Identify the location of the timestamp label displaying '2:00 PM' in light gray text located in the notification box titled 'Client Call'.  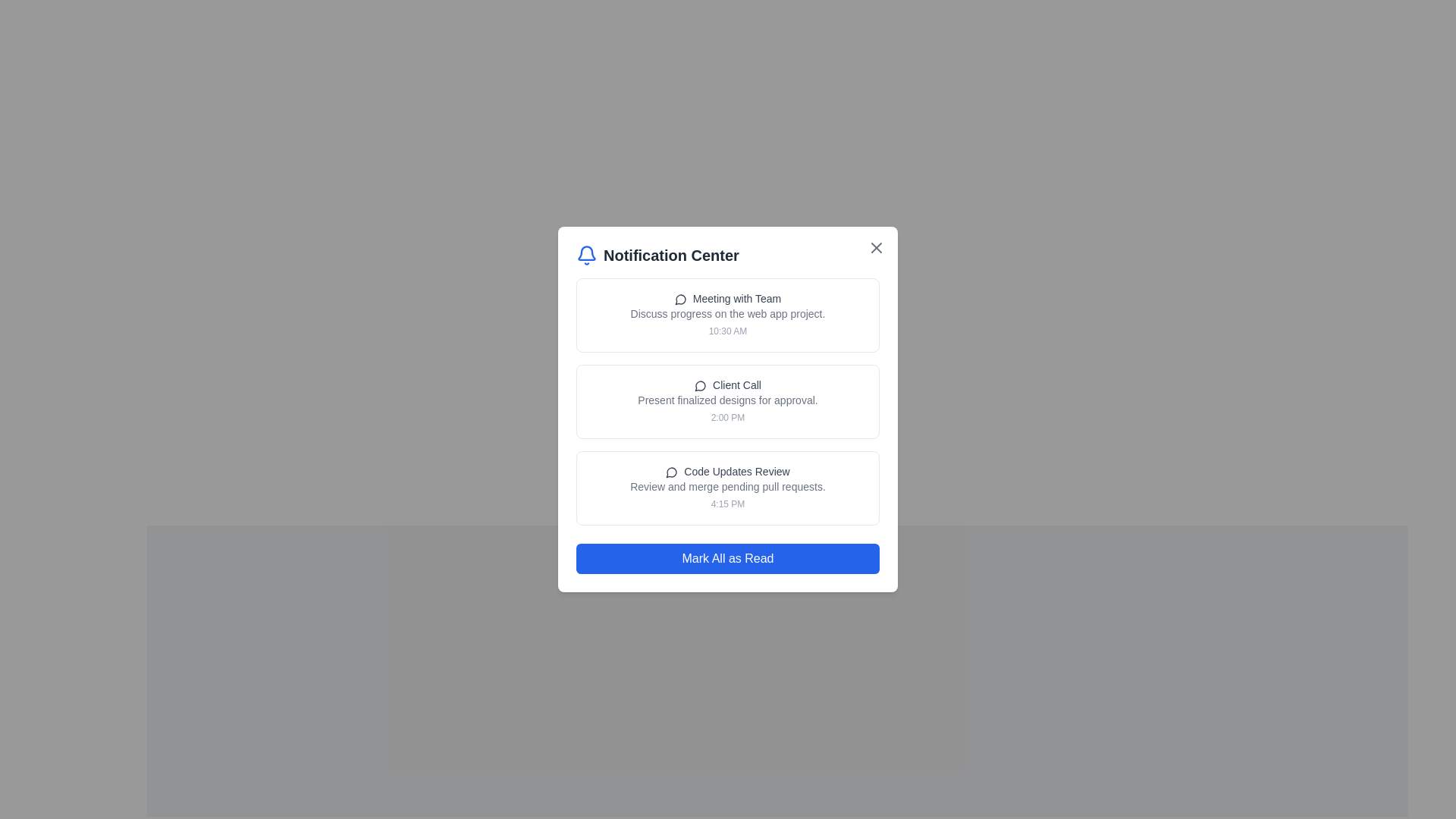
(728, 418).